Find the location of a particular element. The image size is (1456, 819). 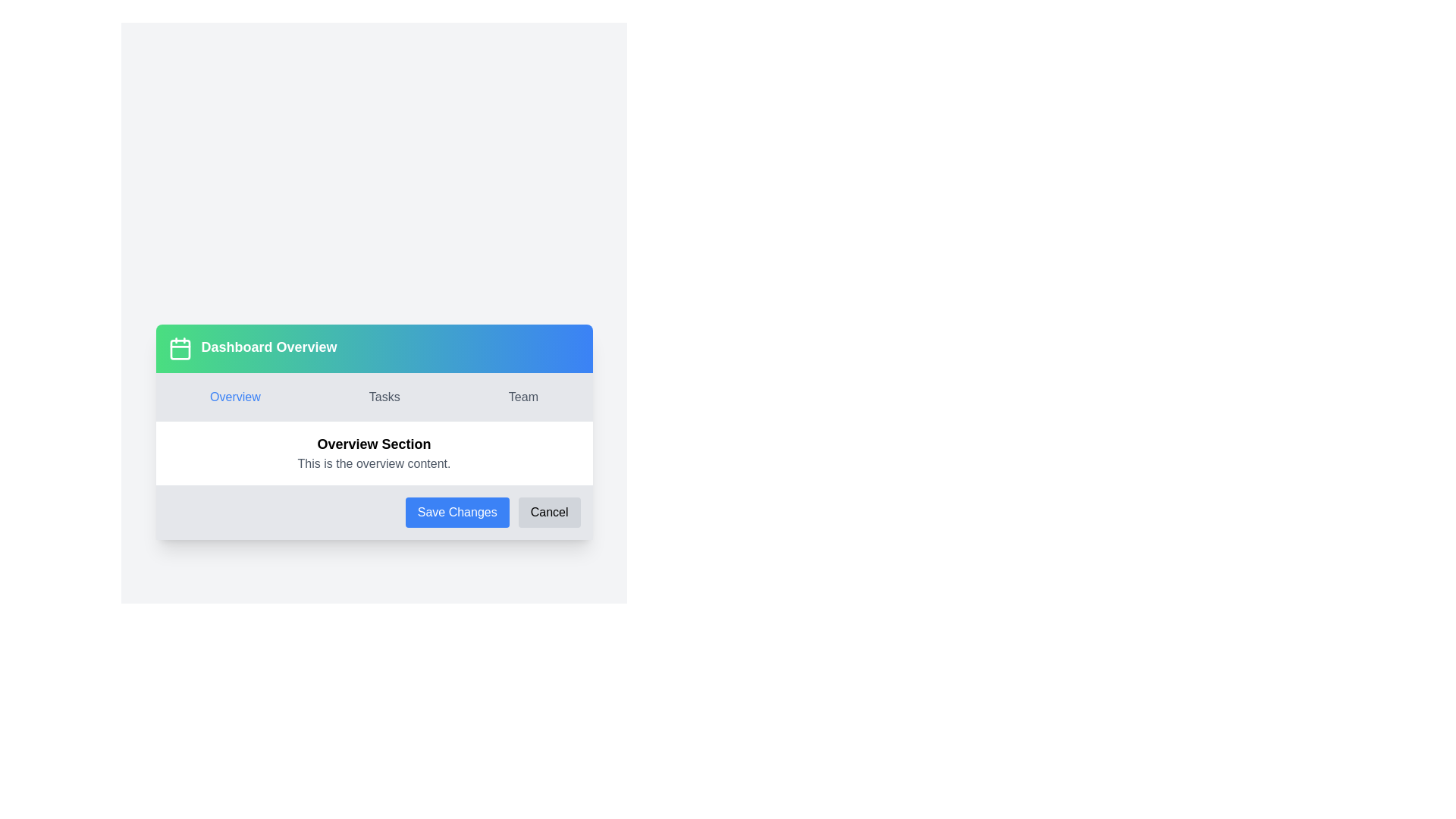

the 'Team' button in the horizontal menu bar to change its state from gray to blue is located at coordinates (523, 397).